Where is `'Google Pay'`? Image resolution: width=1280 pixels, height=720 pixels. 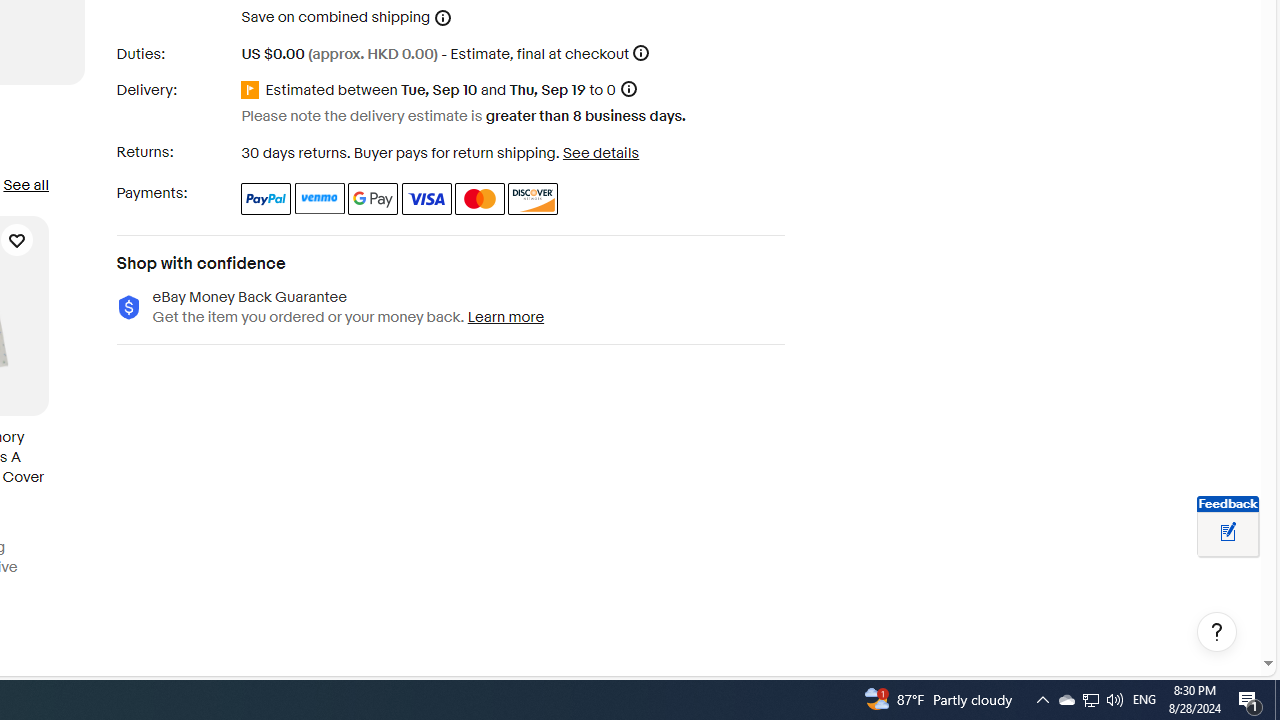
'Google Pay' is located at coordinates (373, 198).